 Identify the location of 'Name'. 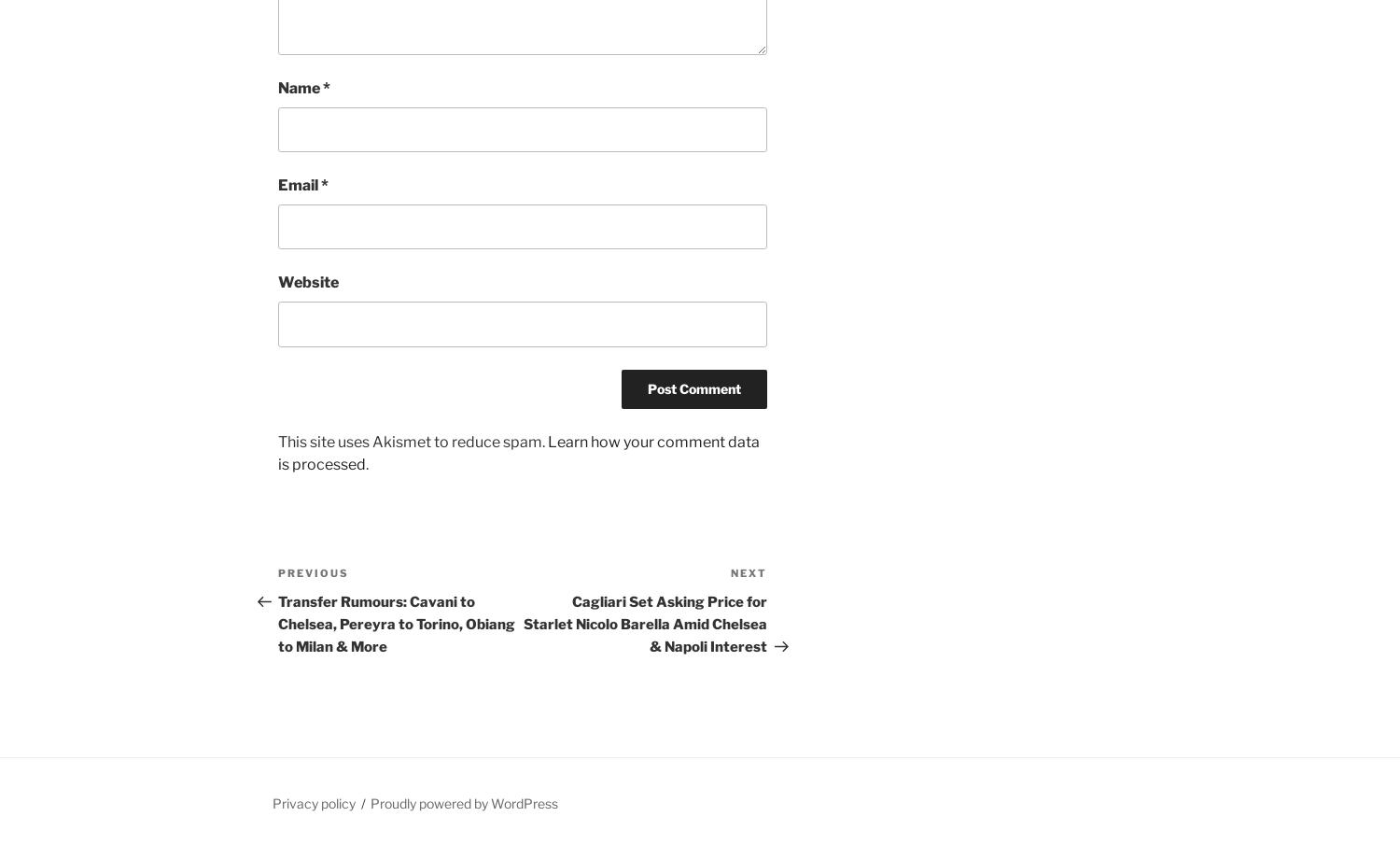
(300, 87).